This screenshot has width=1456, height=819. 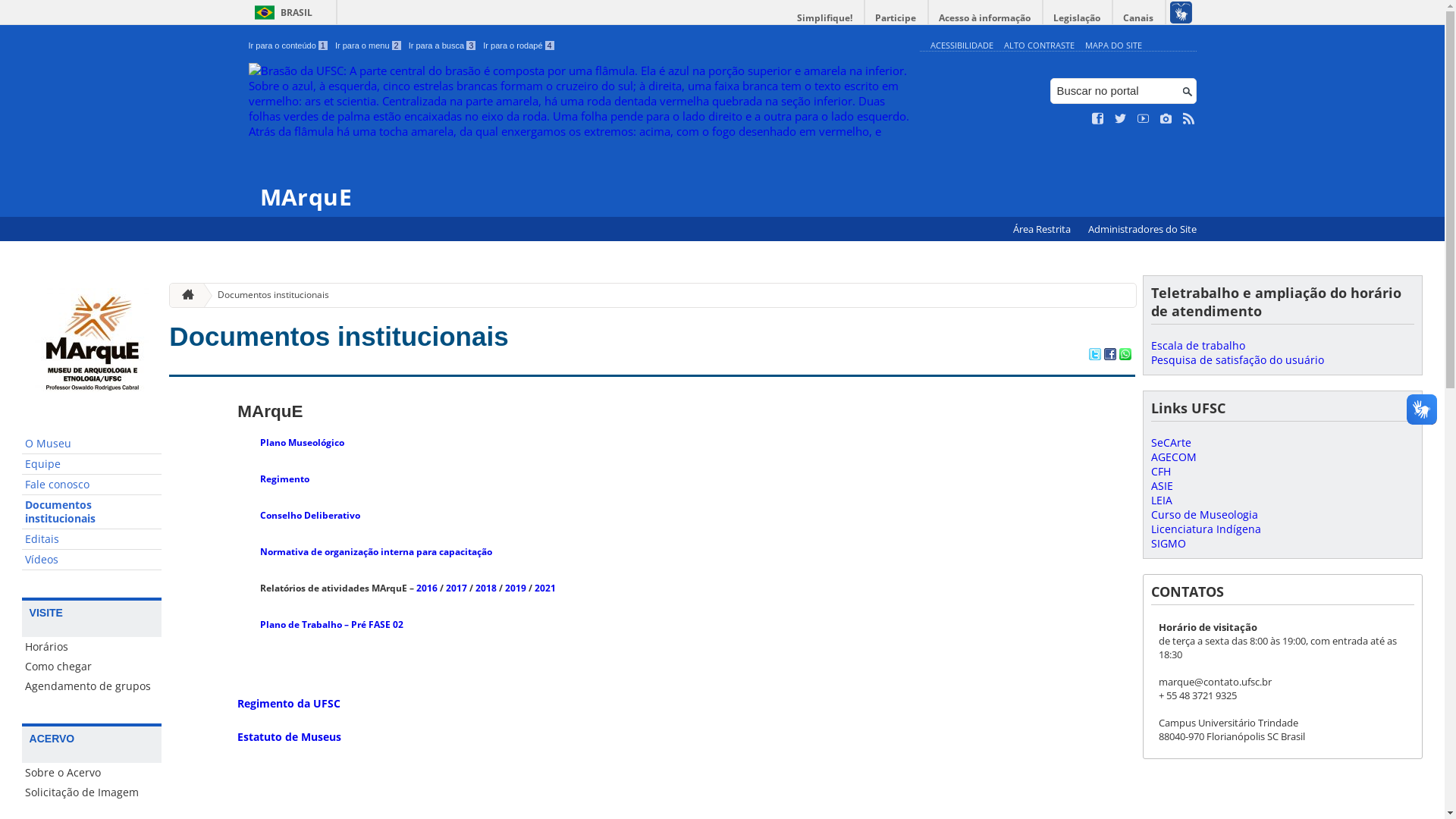 I want to click on 'Siga no Twitter', so click(x=1121, y=118).